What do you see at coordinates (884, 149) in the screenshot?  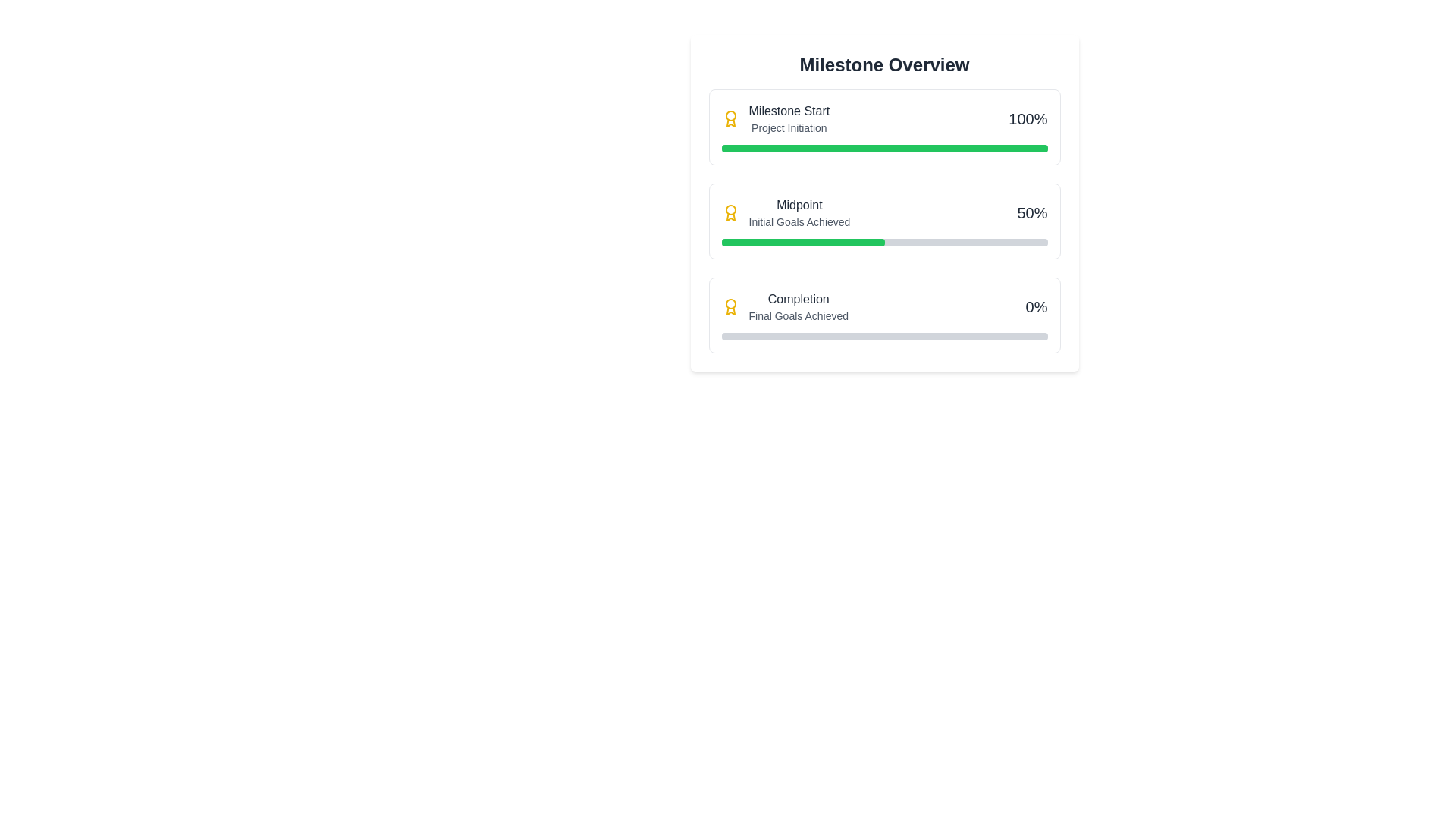 I see `the progress visually by focusing on the green fill of the progress bar indicating 100% completion in the first milestone card of the progress overview widget` at bounding box center [884, 149].